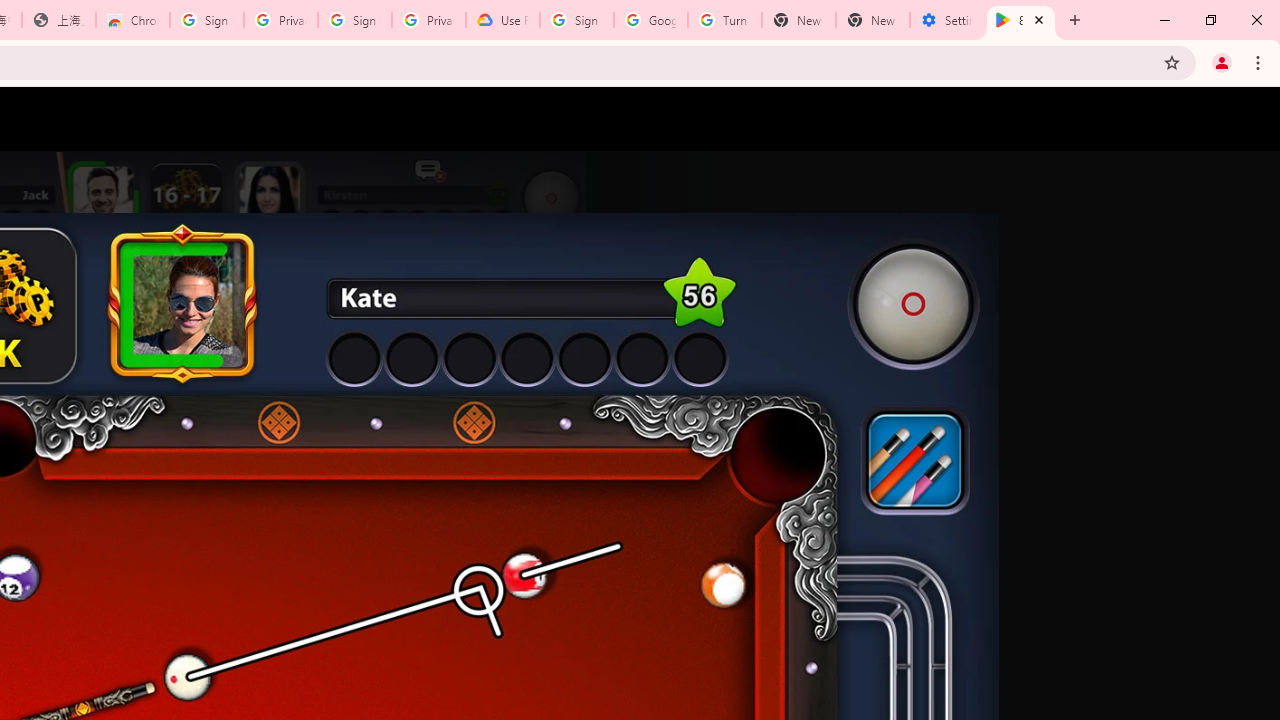 The width and height of the screenshot is (1280, 720). I want to click on 'Chrome Web Store - Color themes by Chrome', so click(132, 20).